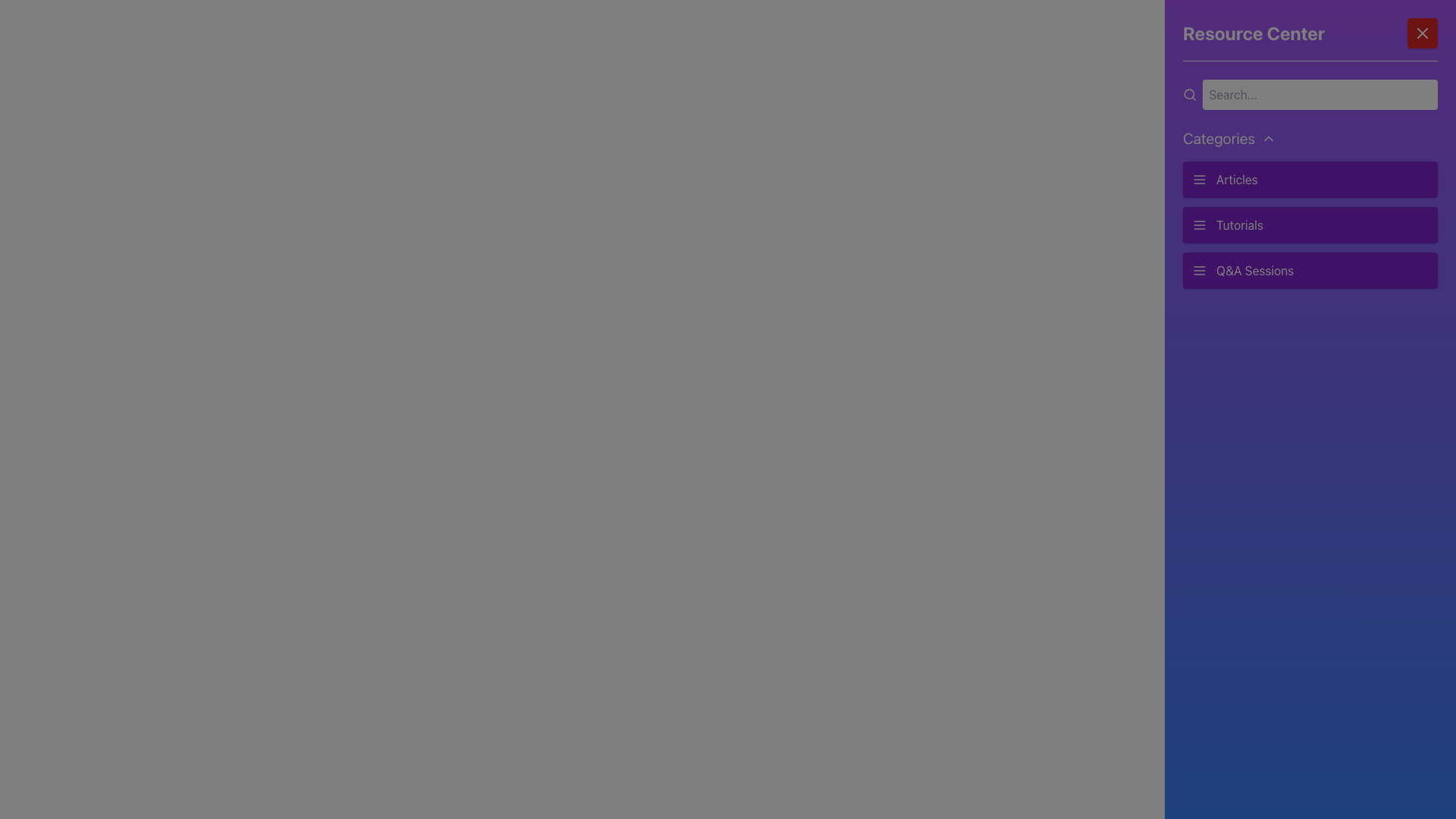  Describe the element at coordinates (1422, 33) in the screenshot. I see `the close button located at the top-right corner of the 'Resource Center' interface` at that location.